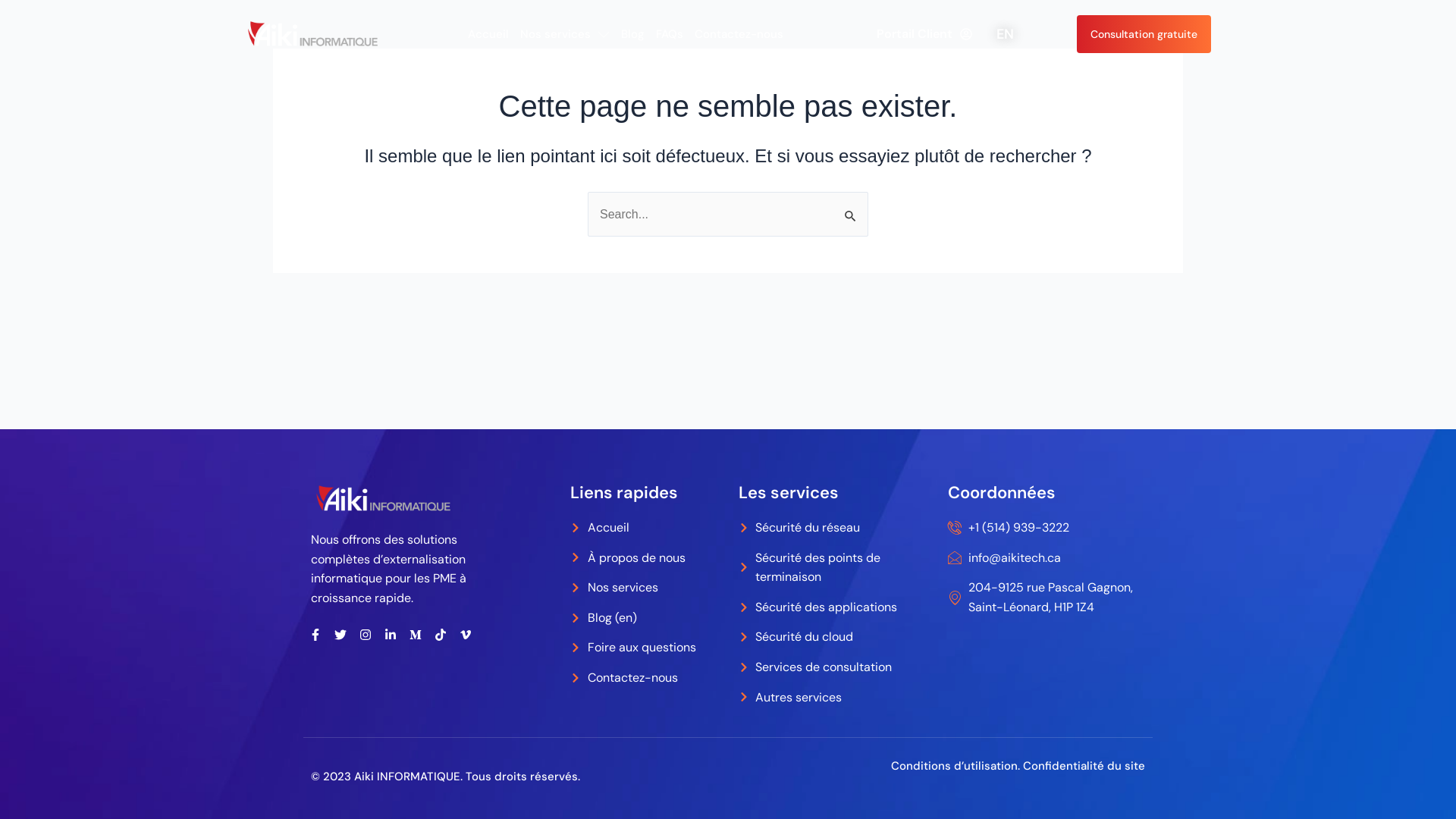 The image size is (1456, 819). What do you see at coordinates (1144, 34) in the screenshot?
I see `'Consultation gratuite'` at bounding box center [1144, 34].